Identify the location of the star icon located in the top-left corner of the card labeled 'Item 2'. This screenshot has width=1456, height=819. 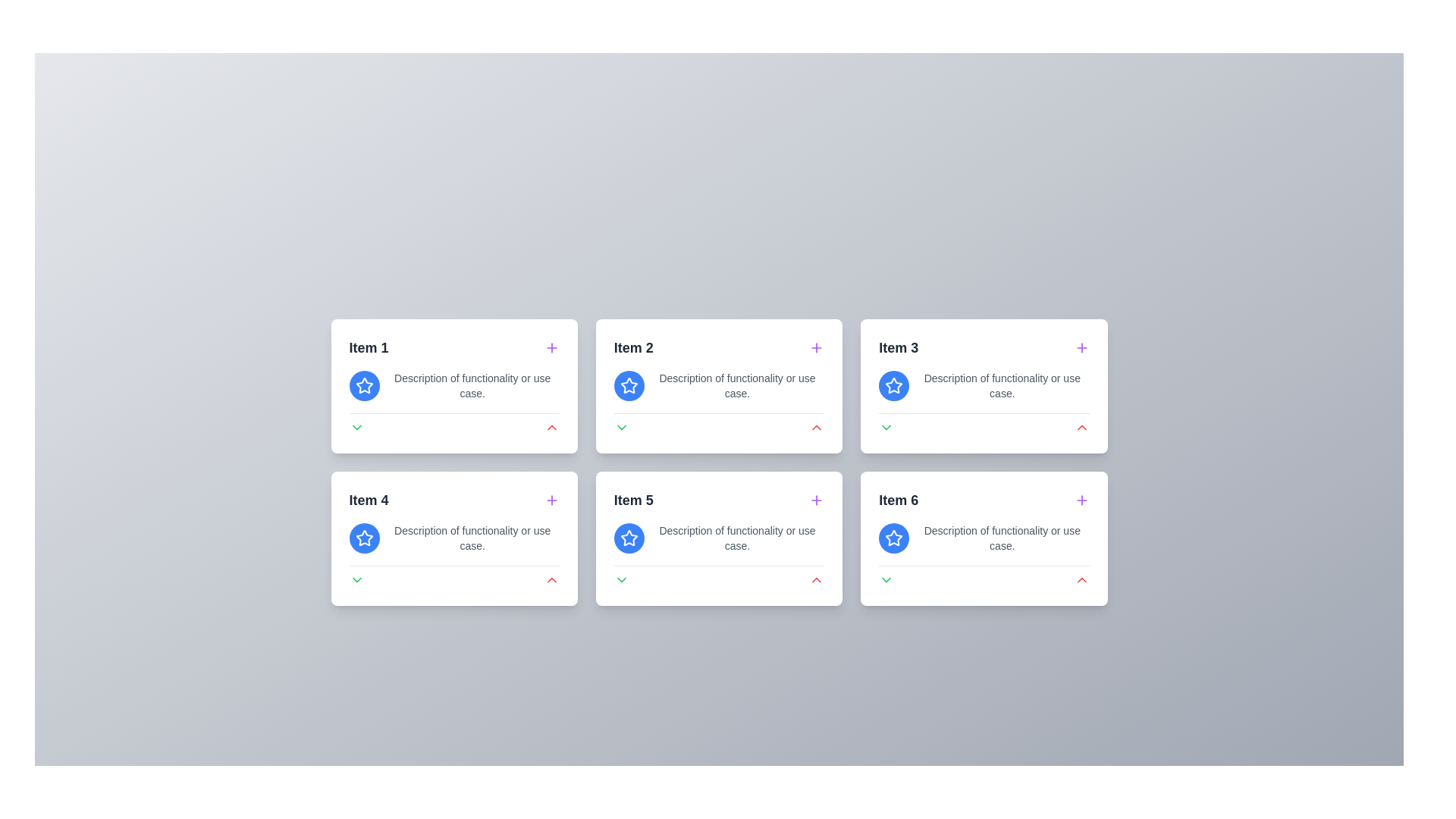
(629, 384).